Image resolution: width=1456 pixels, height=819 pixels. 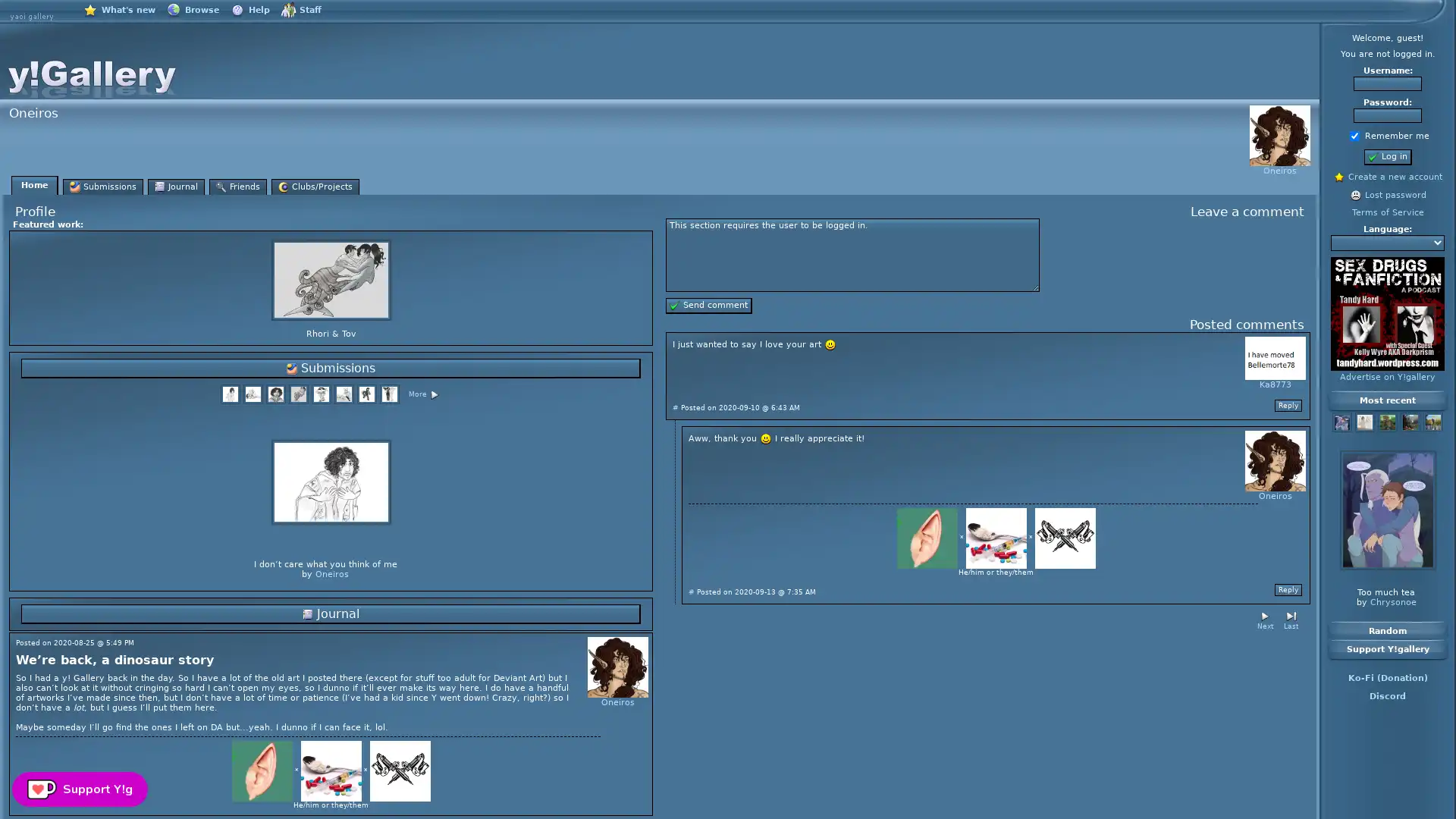 I want to click on Send comment, so click(x=708, y=306).